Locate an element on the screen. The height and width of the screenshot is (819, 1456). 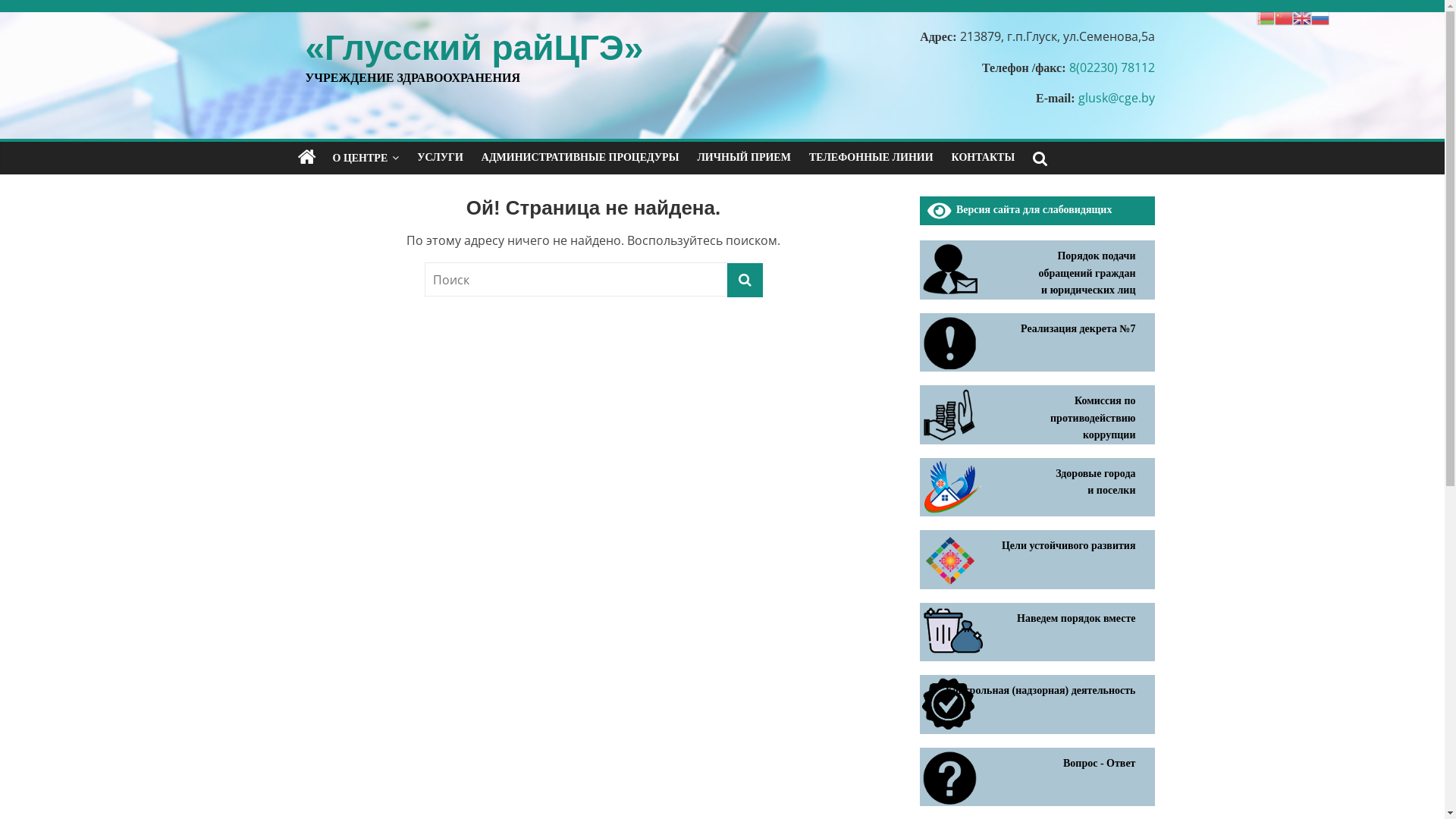
'Chinese (Simplified)' is located at coordinates (1283, 17).